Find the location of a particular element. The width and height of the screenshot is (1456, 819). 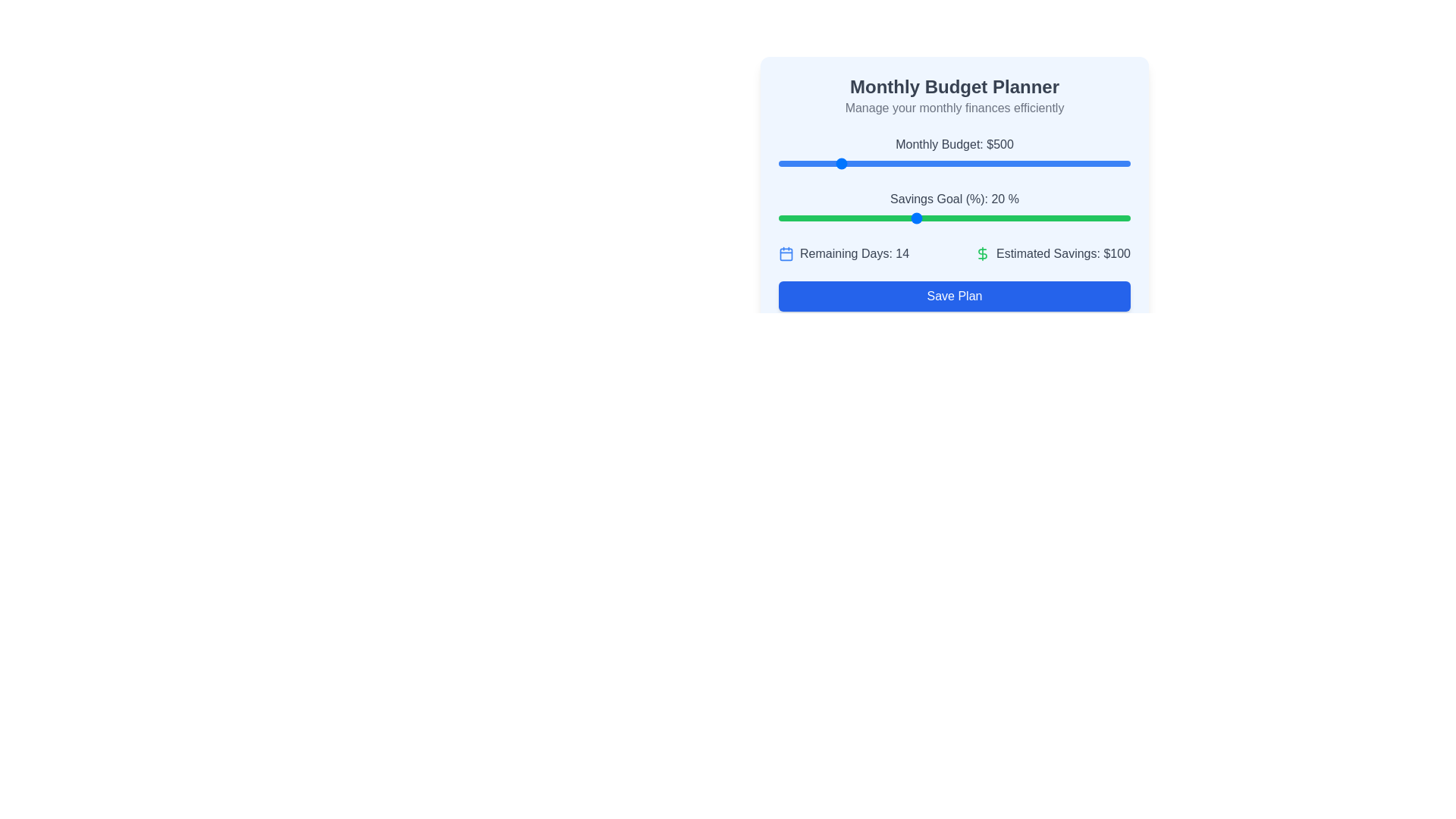

the Savings Goal (%) is located at coordinates (799, 218).